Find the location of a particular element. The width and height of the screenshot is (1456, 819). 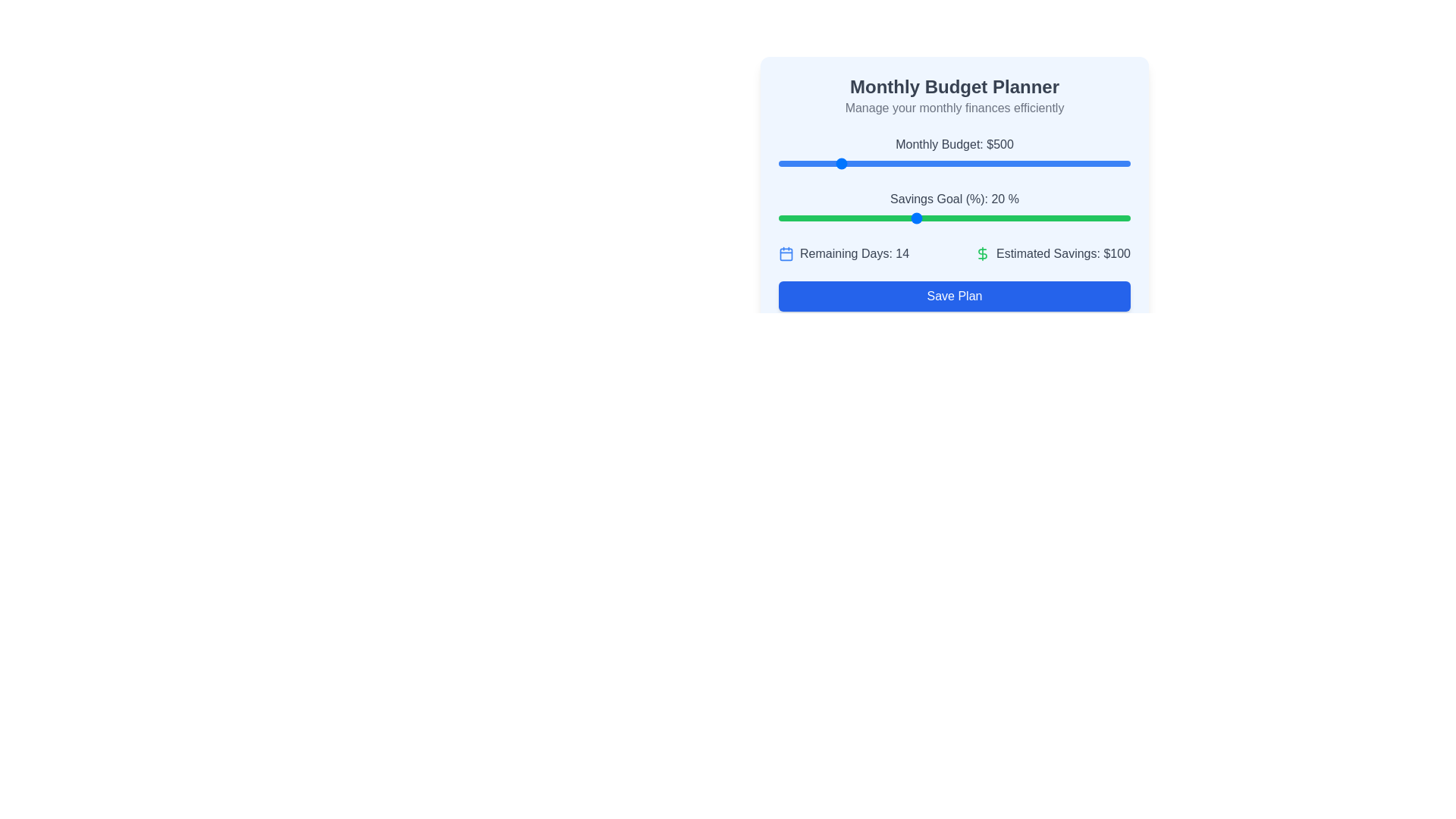

the Savings Goal (%) is located at coordinates (799, 218).